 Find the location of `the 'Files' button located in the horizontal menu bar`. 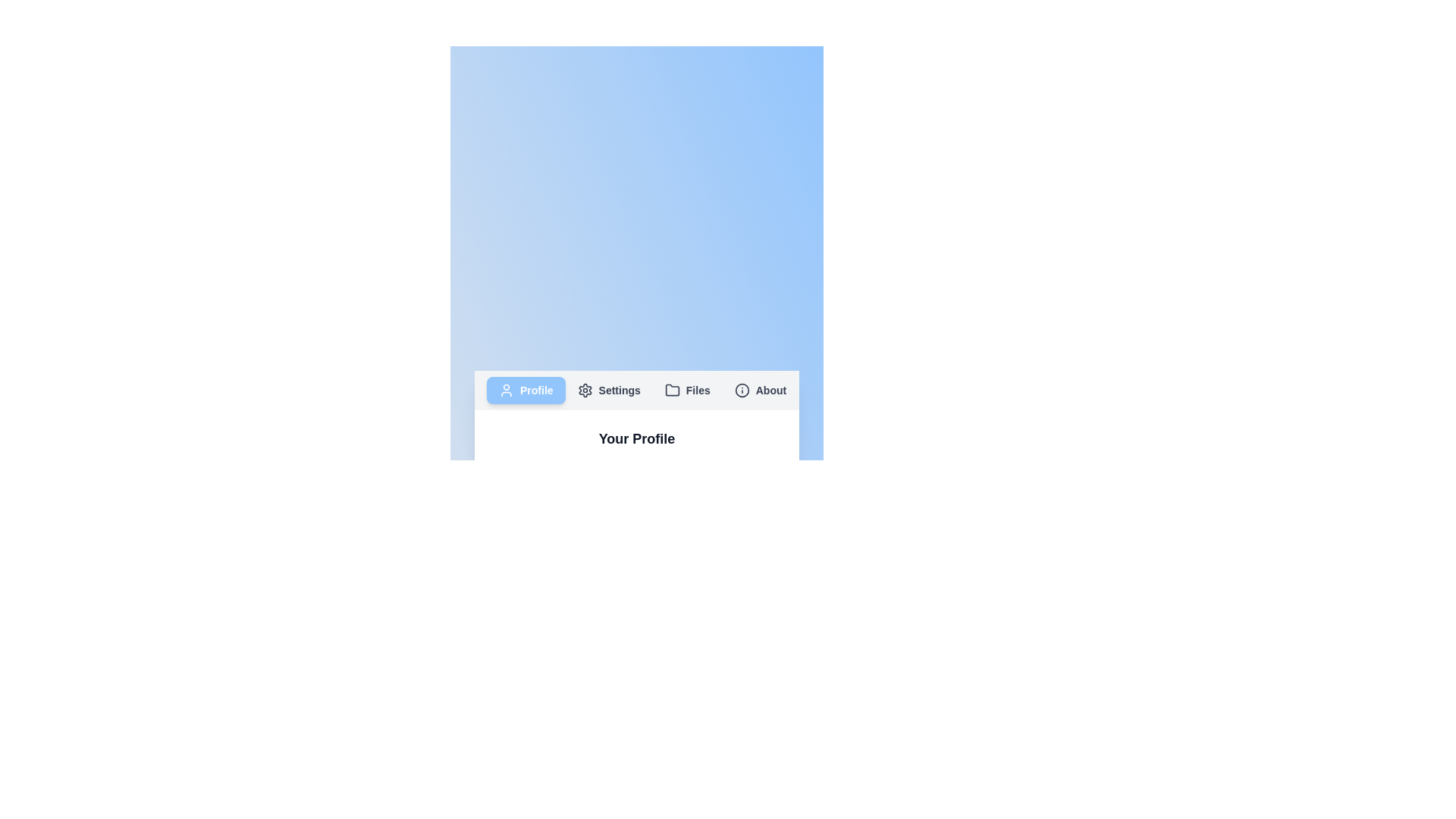

the 'Files' button located in the horizontal menu bar is located at coordinates (686, 390).